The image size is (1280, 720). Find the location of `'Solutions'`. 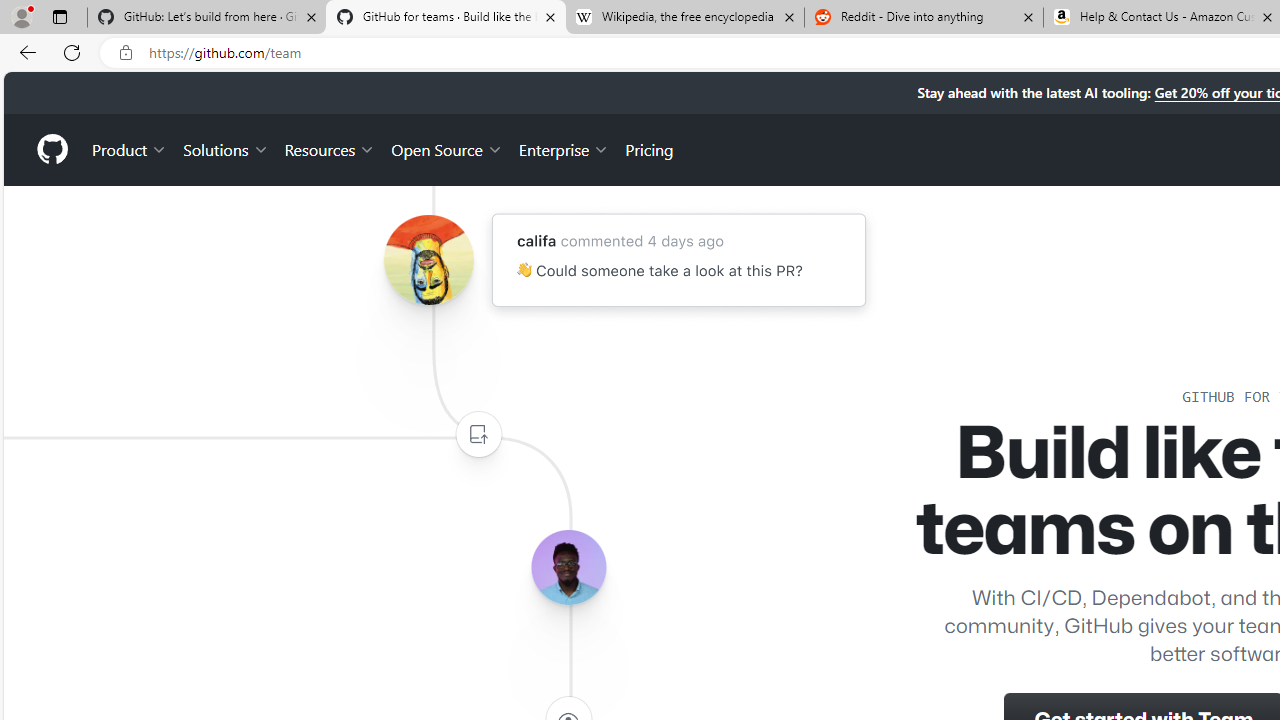

'Solutions' is located at coordinates (225, 148).